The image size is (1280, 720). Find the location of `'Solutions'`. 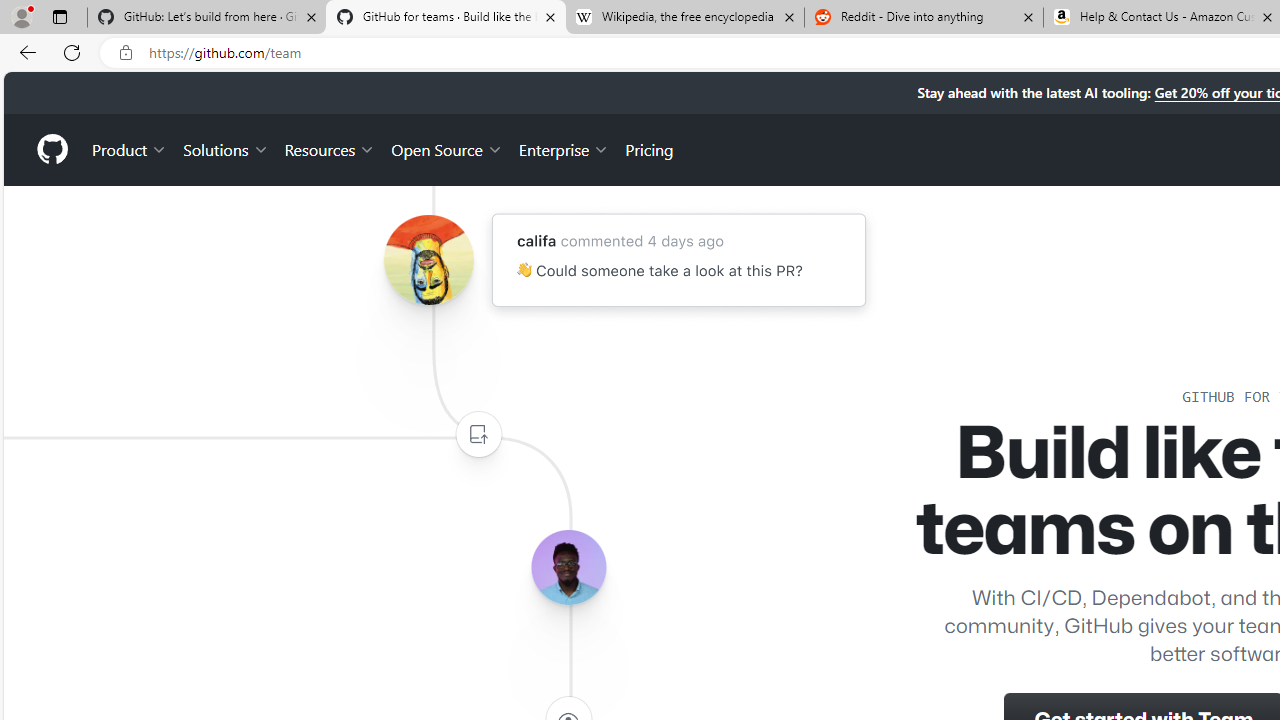

'Solutions' is located at coordinates (225, 148).